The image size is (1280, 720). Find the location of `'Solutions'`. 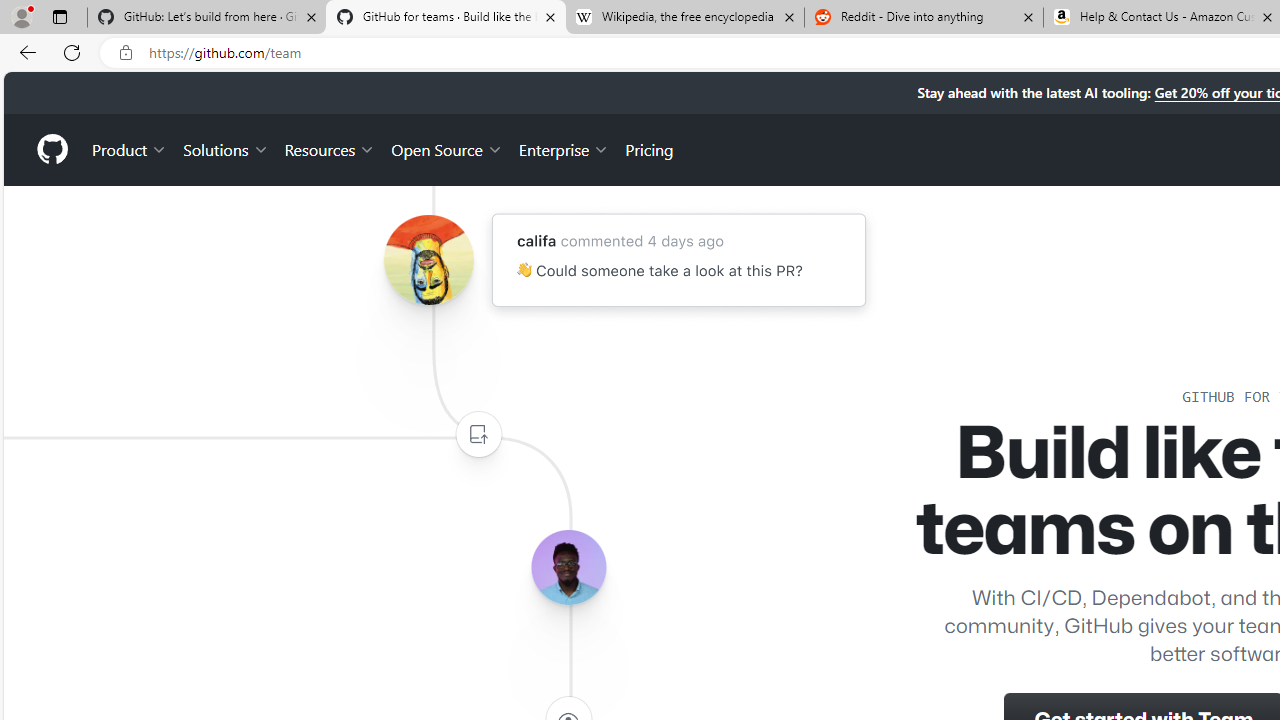

'Solutions' is located at coordinates (225, 148).